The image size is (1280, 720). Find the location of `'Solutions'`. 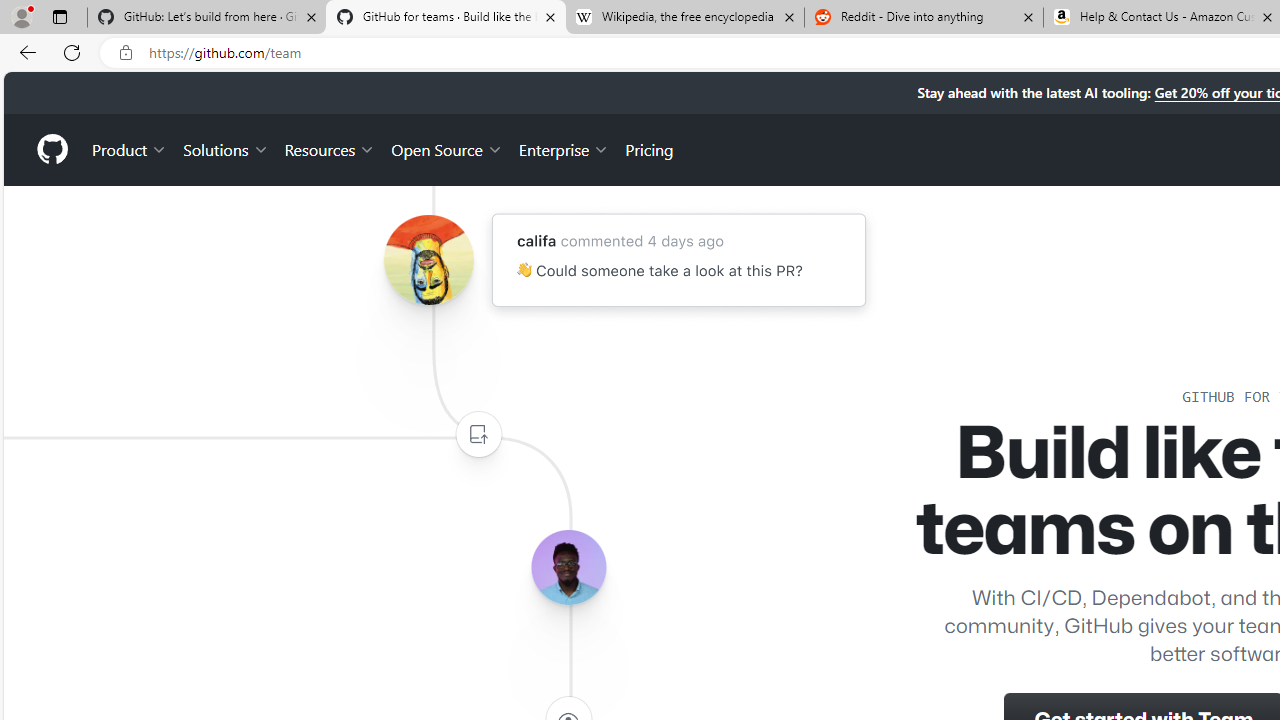

'Solutions' is located at coordinates (225, 148).